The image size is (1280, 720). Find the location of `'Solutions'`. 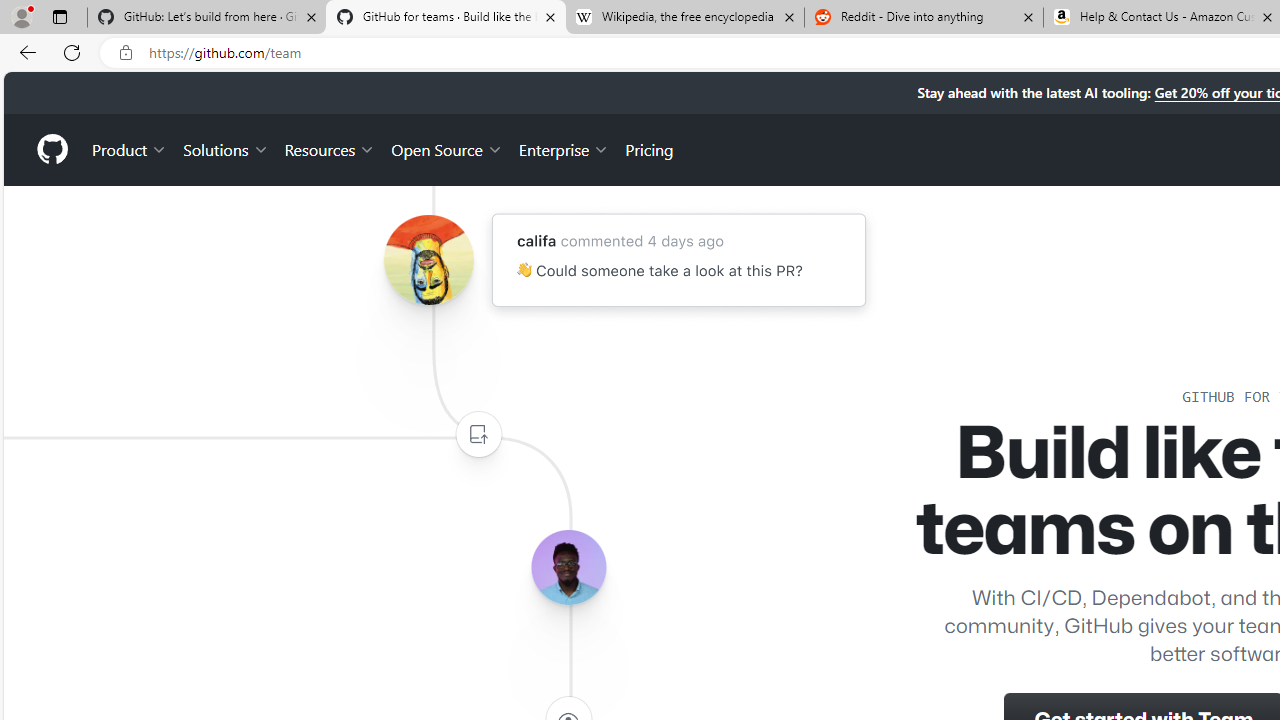

'Solutions' is located at coordinates (225, 148).